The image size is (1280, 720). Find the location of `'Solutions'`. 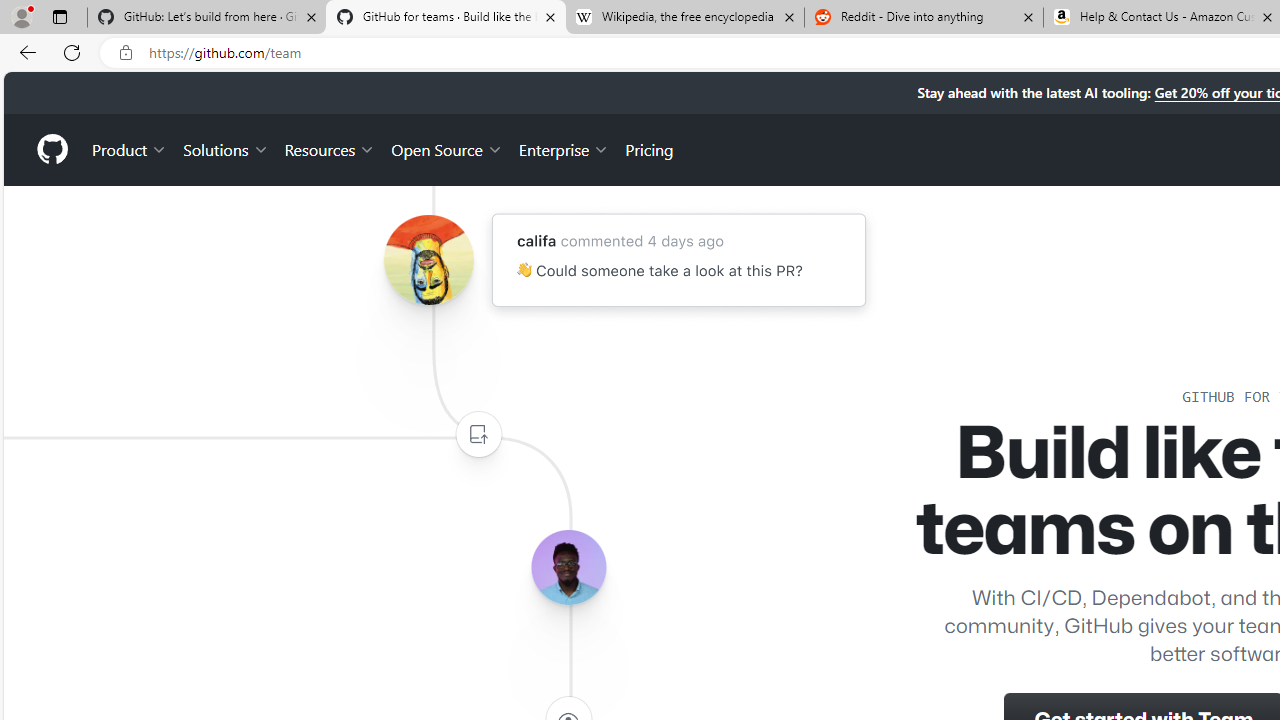

'Solutions' is located at coordinates (225, 148).